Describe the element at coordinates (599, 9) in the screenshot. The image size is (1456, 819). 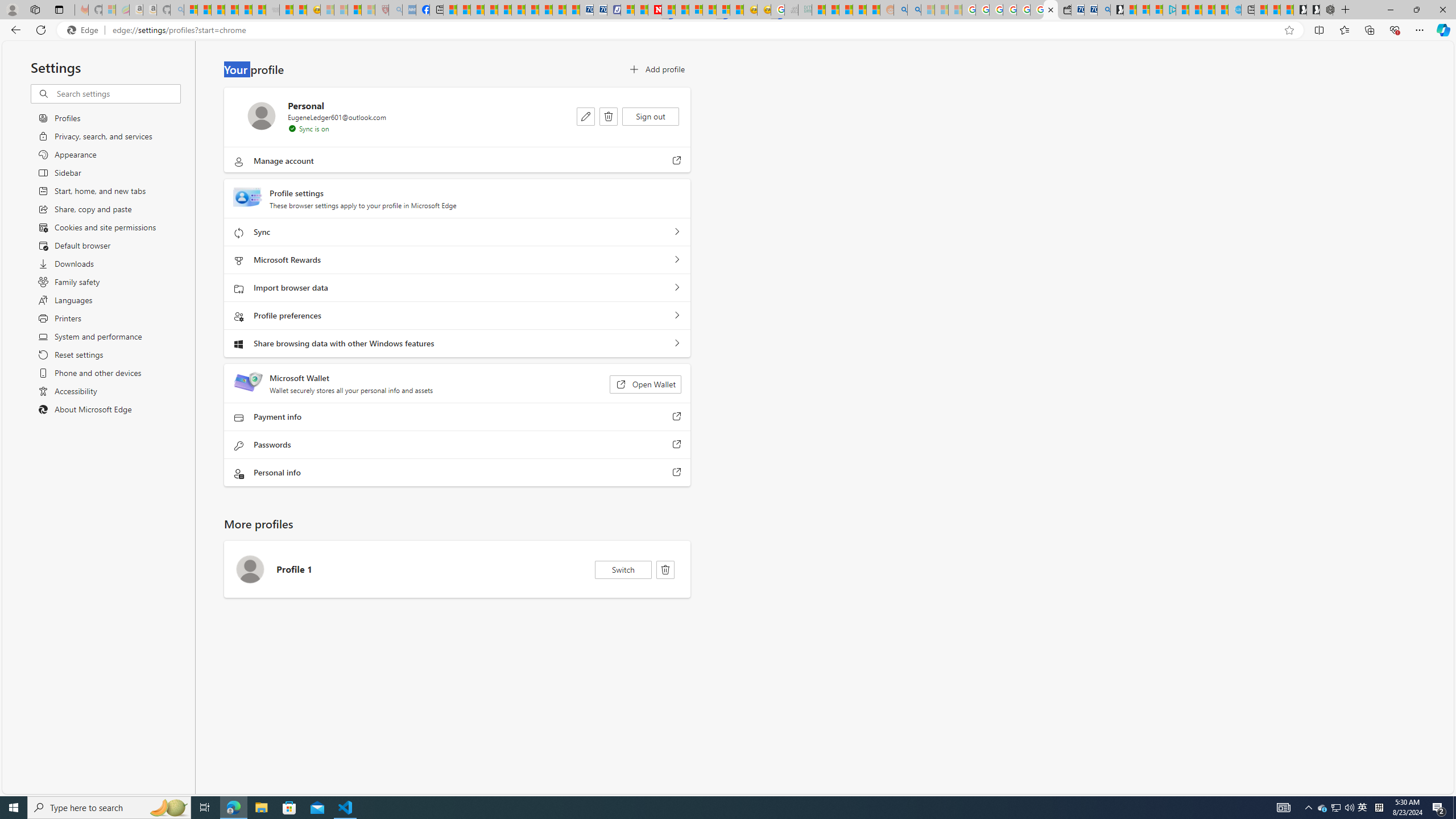
I see `'Cheap Hotels - Save70.com'` at that location.